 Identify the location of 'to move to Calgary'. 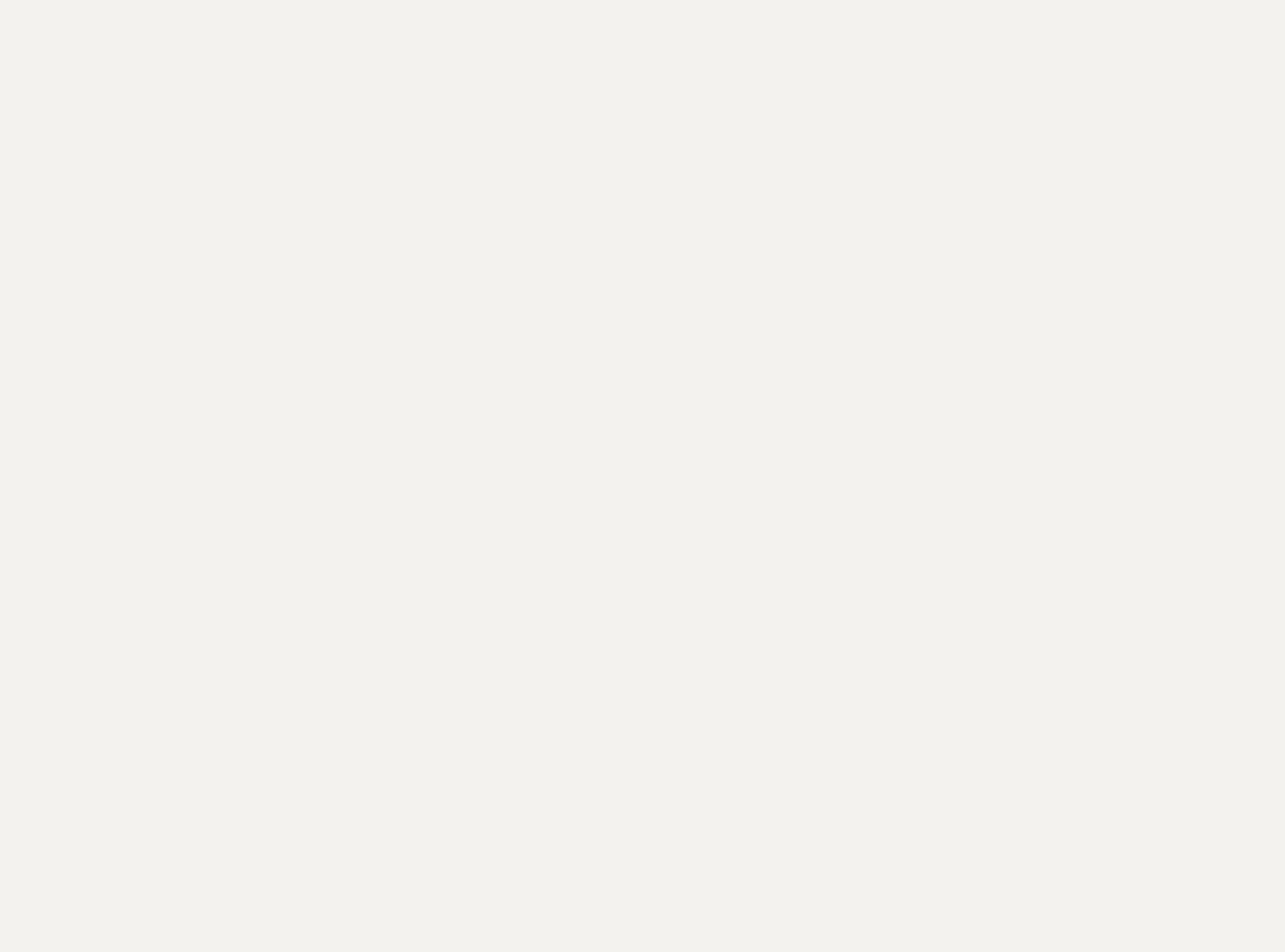
(583, 327).